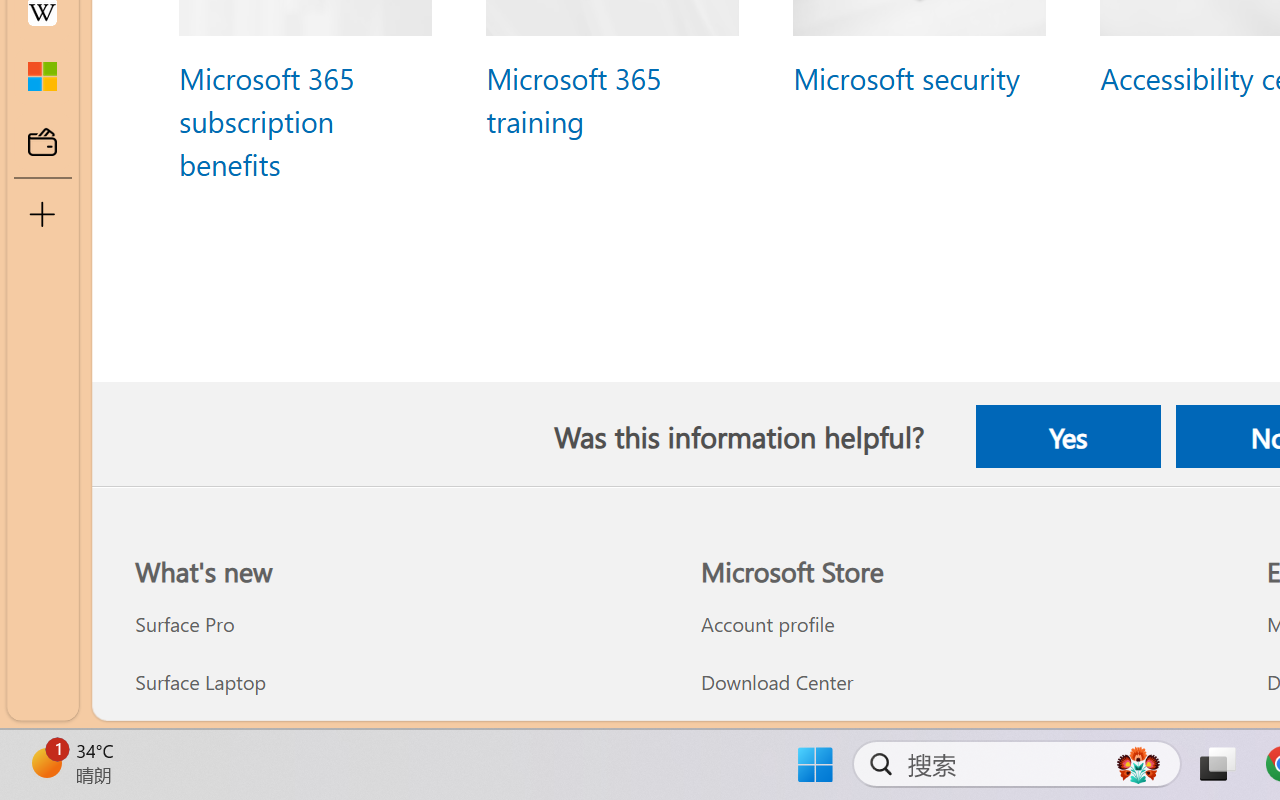 The image size is (1280, 800). What do you see at coordinates (766, 624) in the screenshot?
I see `'Account profile Microsoft Store'` at bounding box center [766, 624].